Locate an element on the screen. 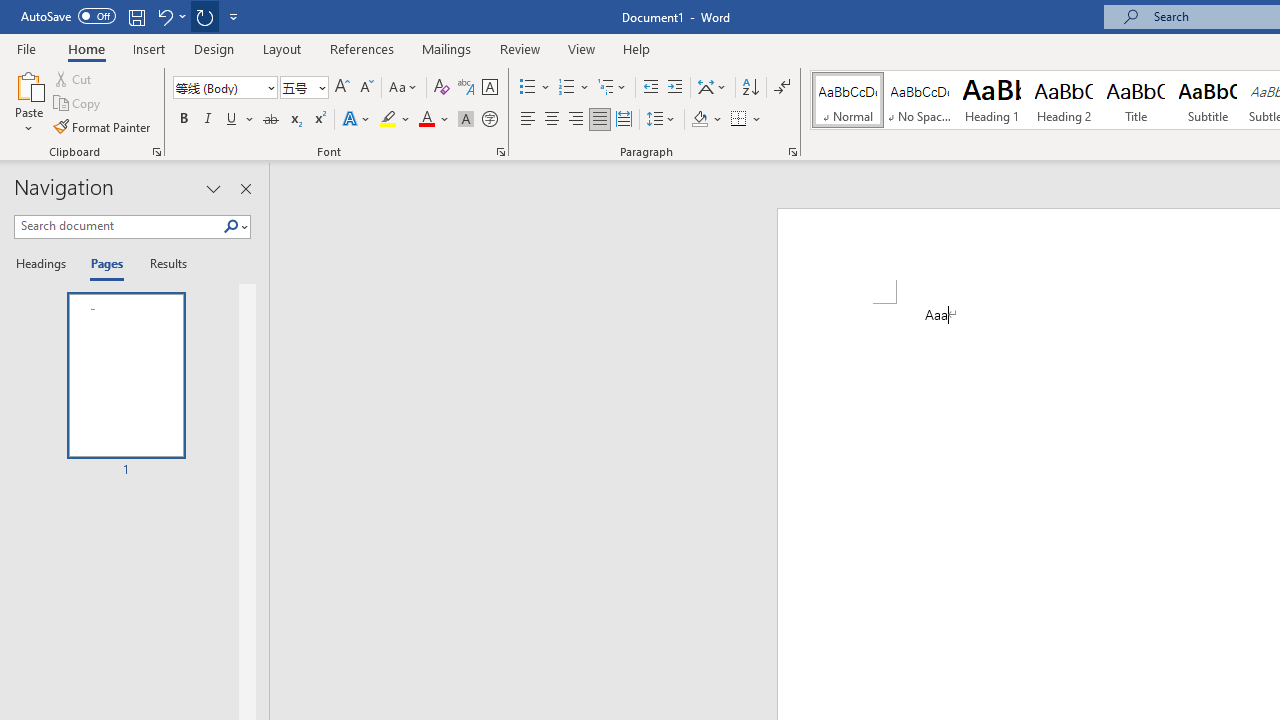 This screenshot has height=720, width=1280. 'Font' is located at coordinates (218, 86).